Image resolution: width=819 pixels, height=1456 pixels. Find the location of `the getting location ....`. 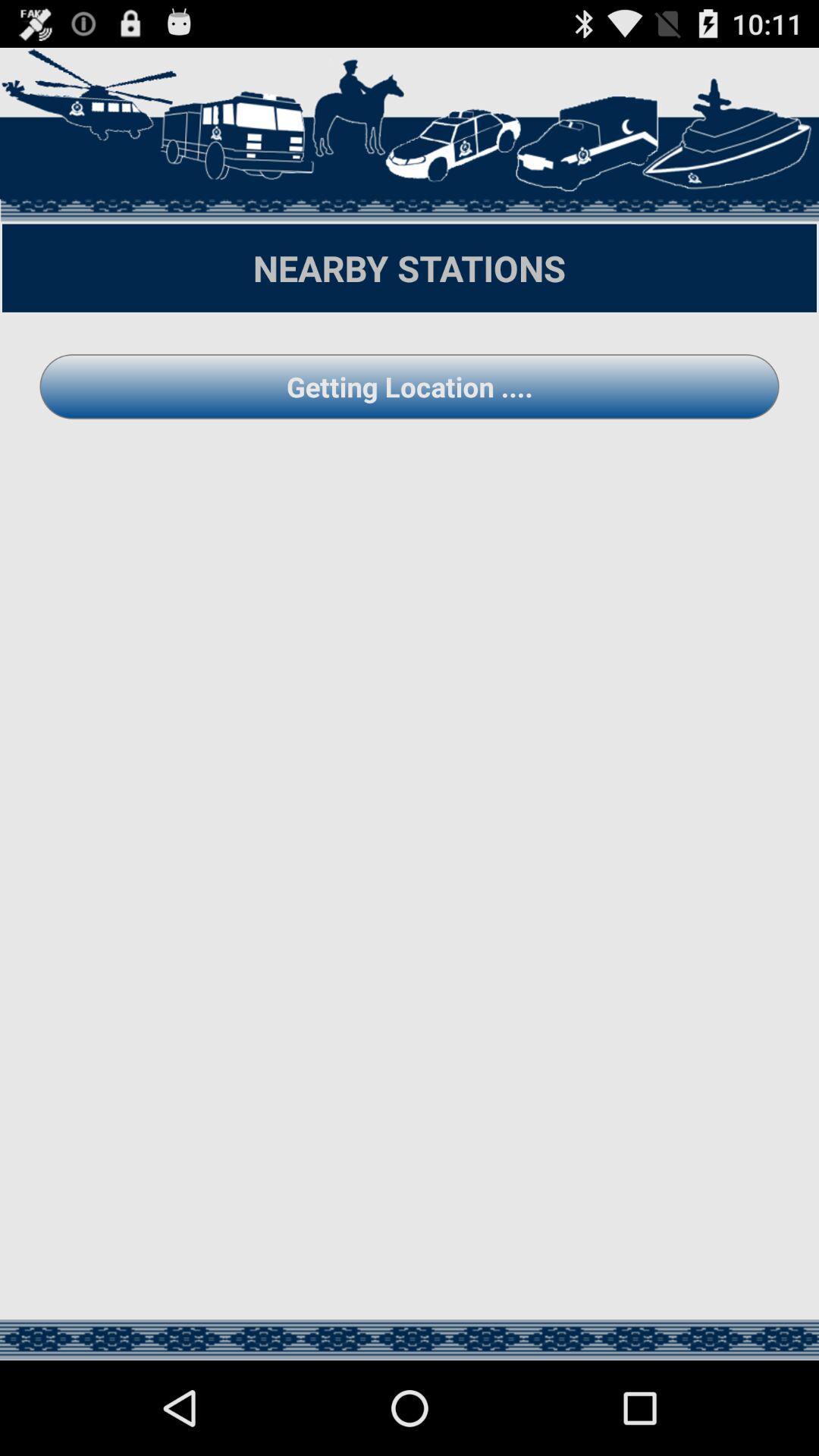

the getting location .... is located at coordinates (409, 386).